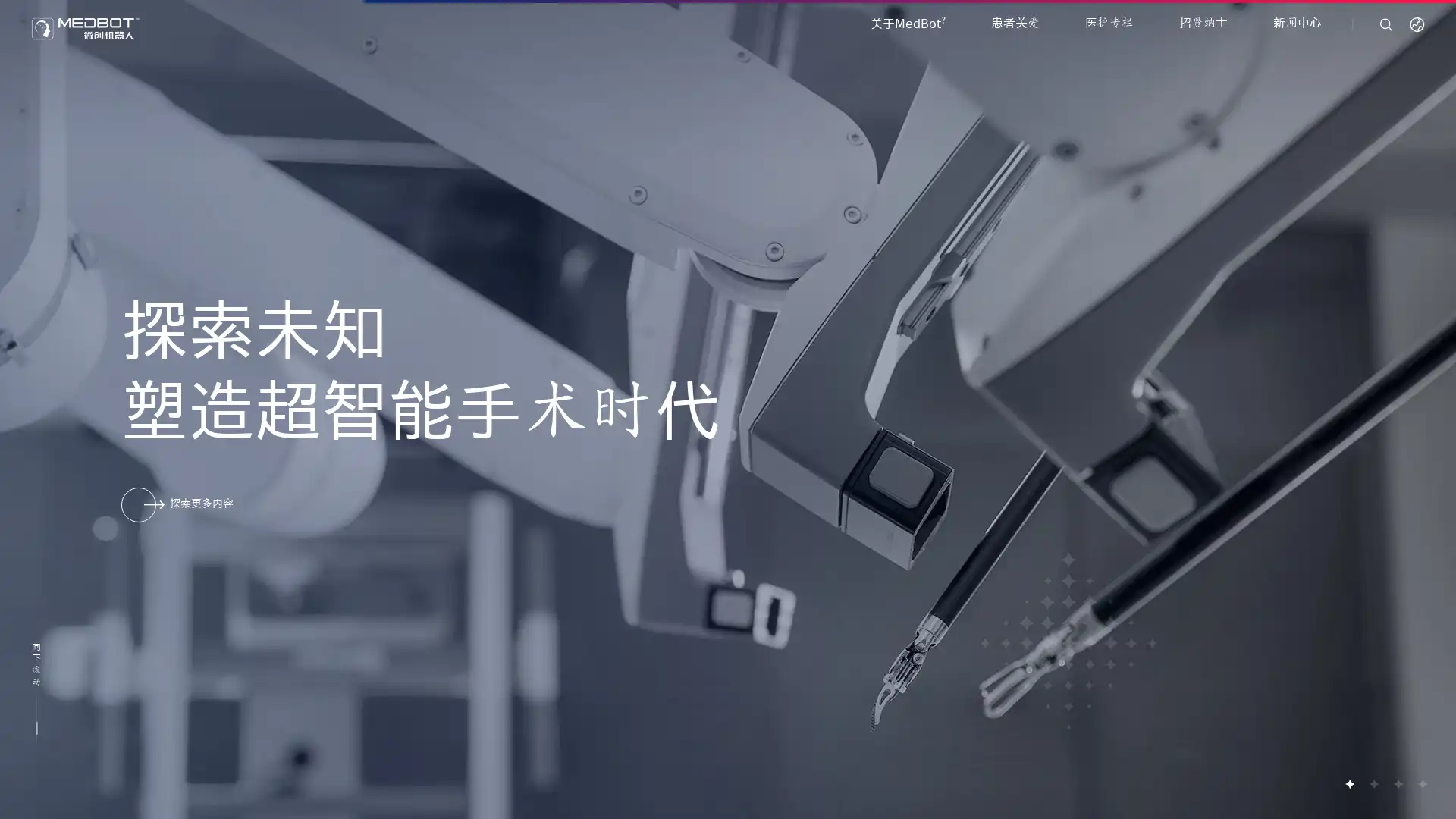  Describe the element at coordinates (1421, 783) in the screenshot. I see `Go to slide 4` at that location.